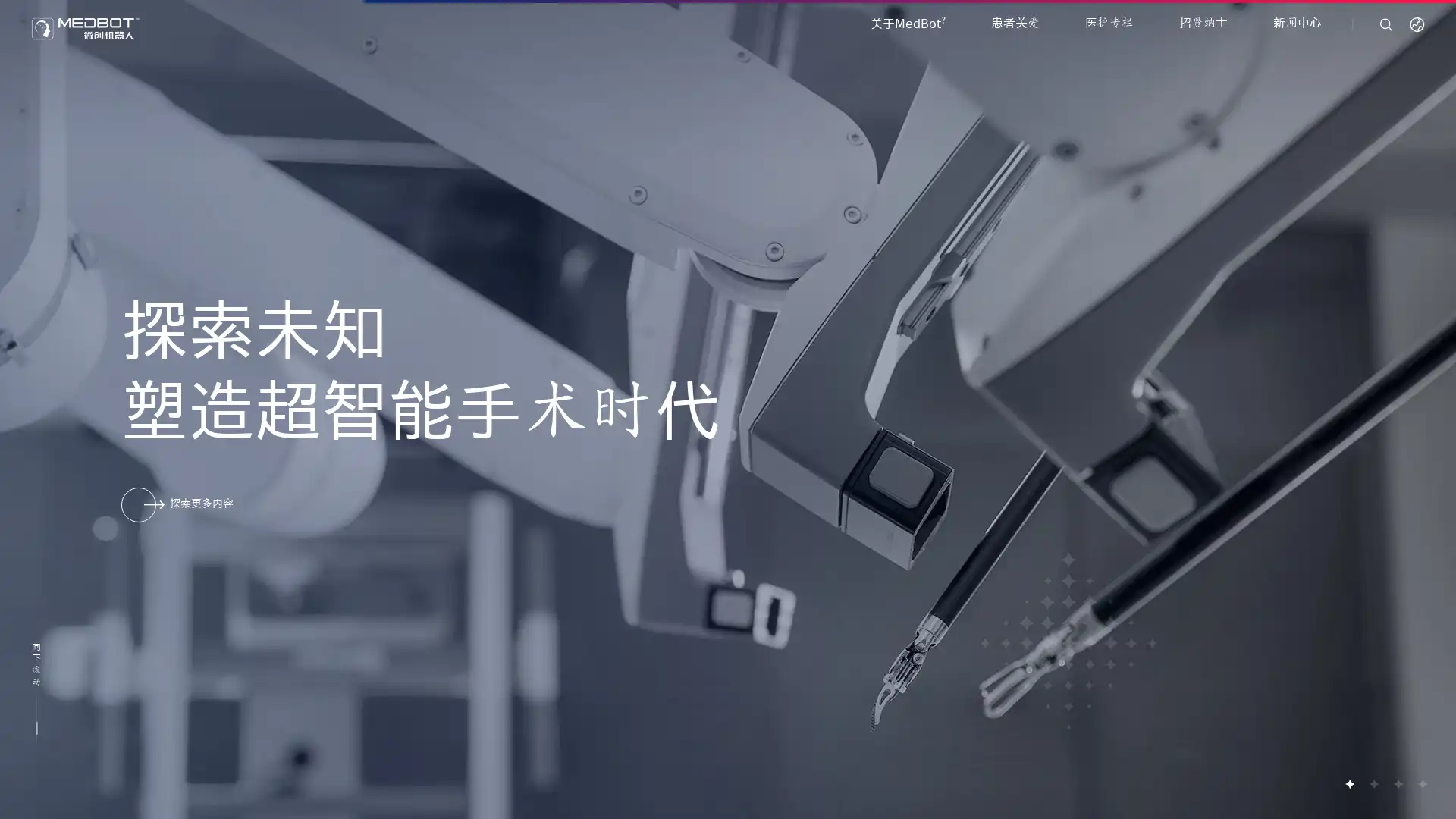  Describe the element at coordinates (1421, 783) in the screenshot. I see `Go to slide 4` at that location.